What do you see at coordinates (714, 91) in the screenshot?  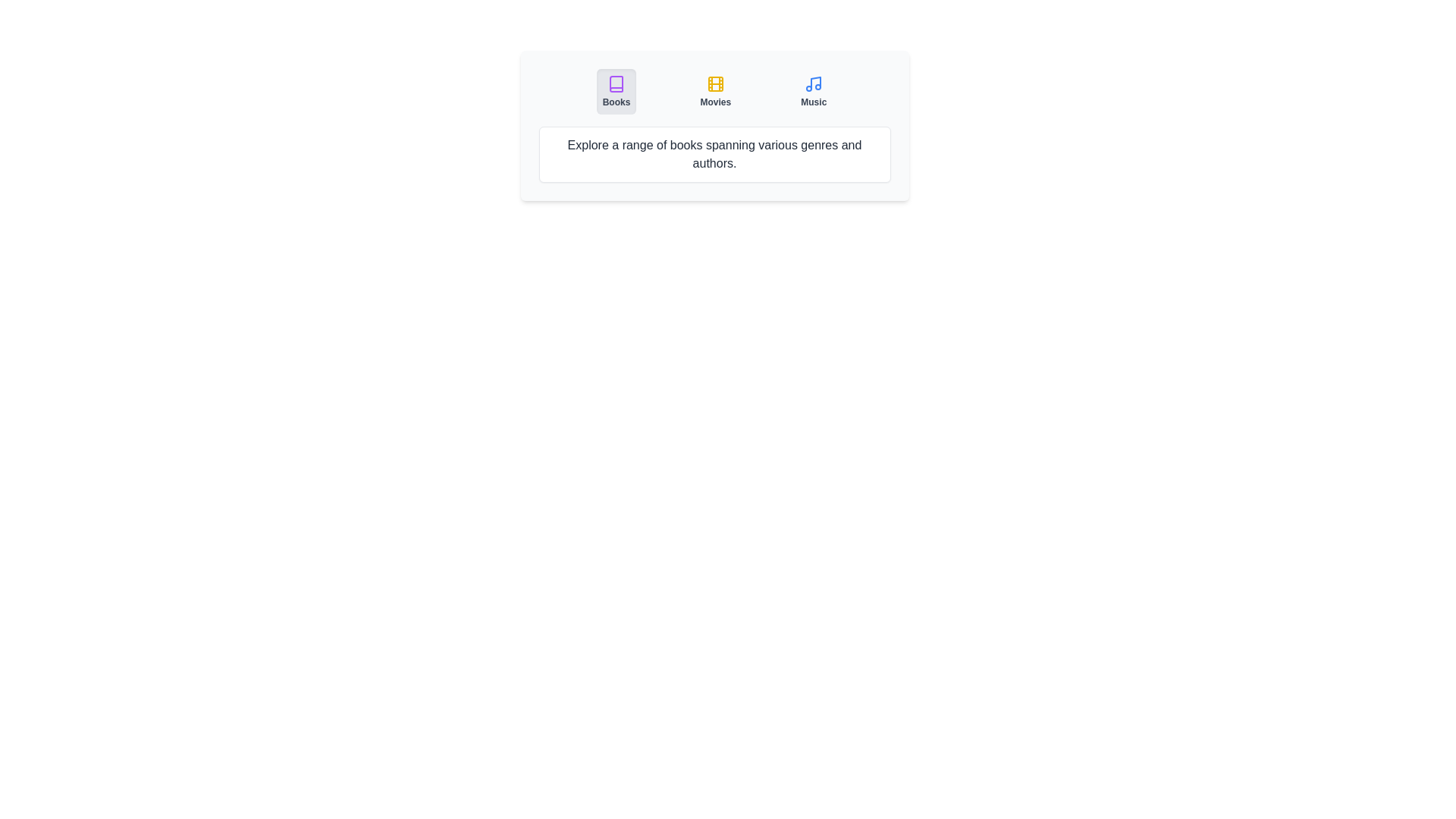 I see `the Movies tab to switch to its content` at bounding box center [714, 91].